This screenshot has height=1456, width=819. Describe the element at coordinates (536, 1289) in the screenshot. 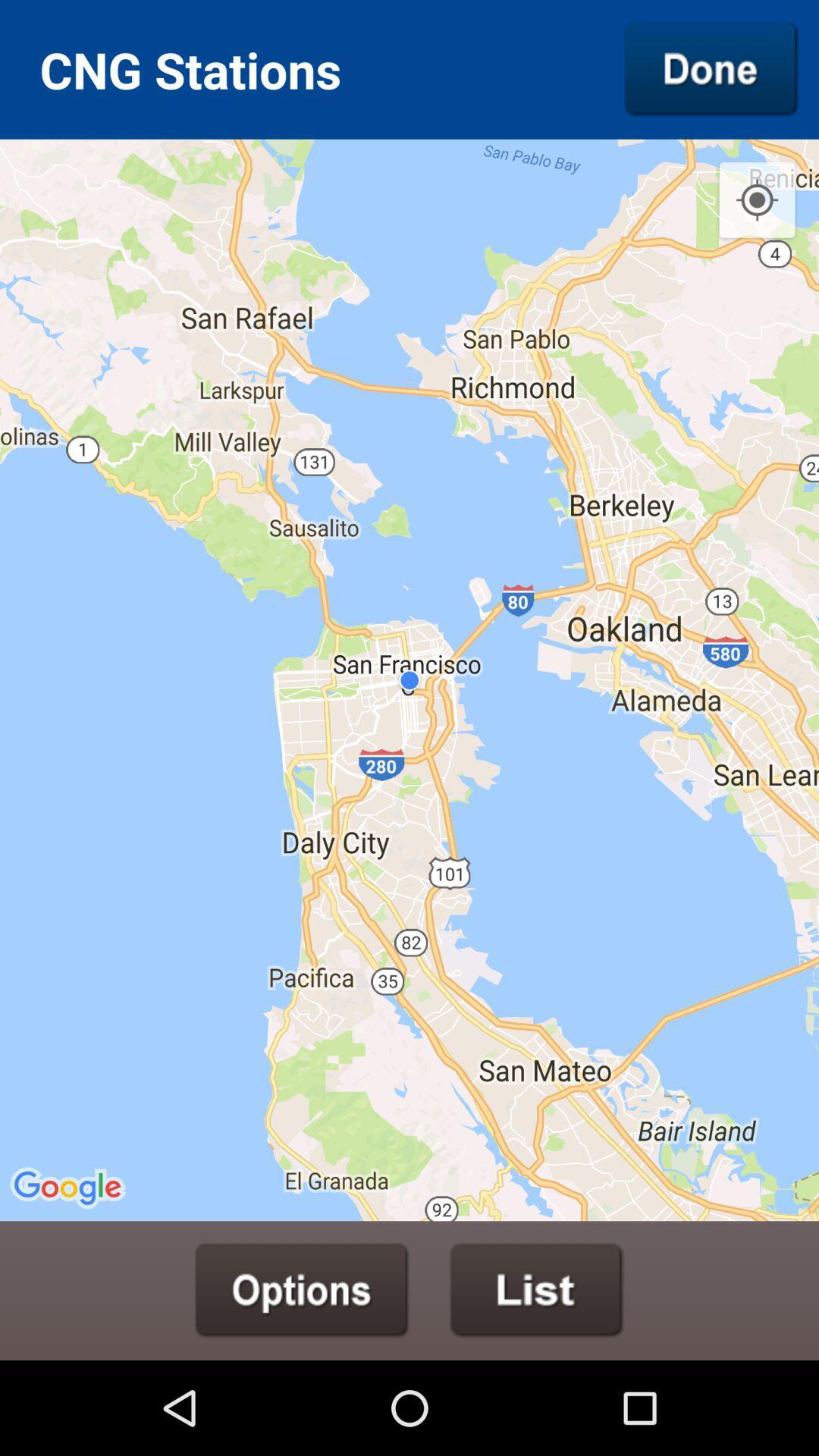

I see `show list` at that location.